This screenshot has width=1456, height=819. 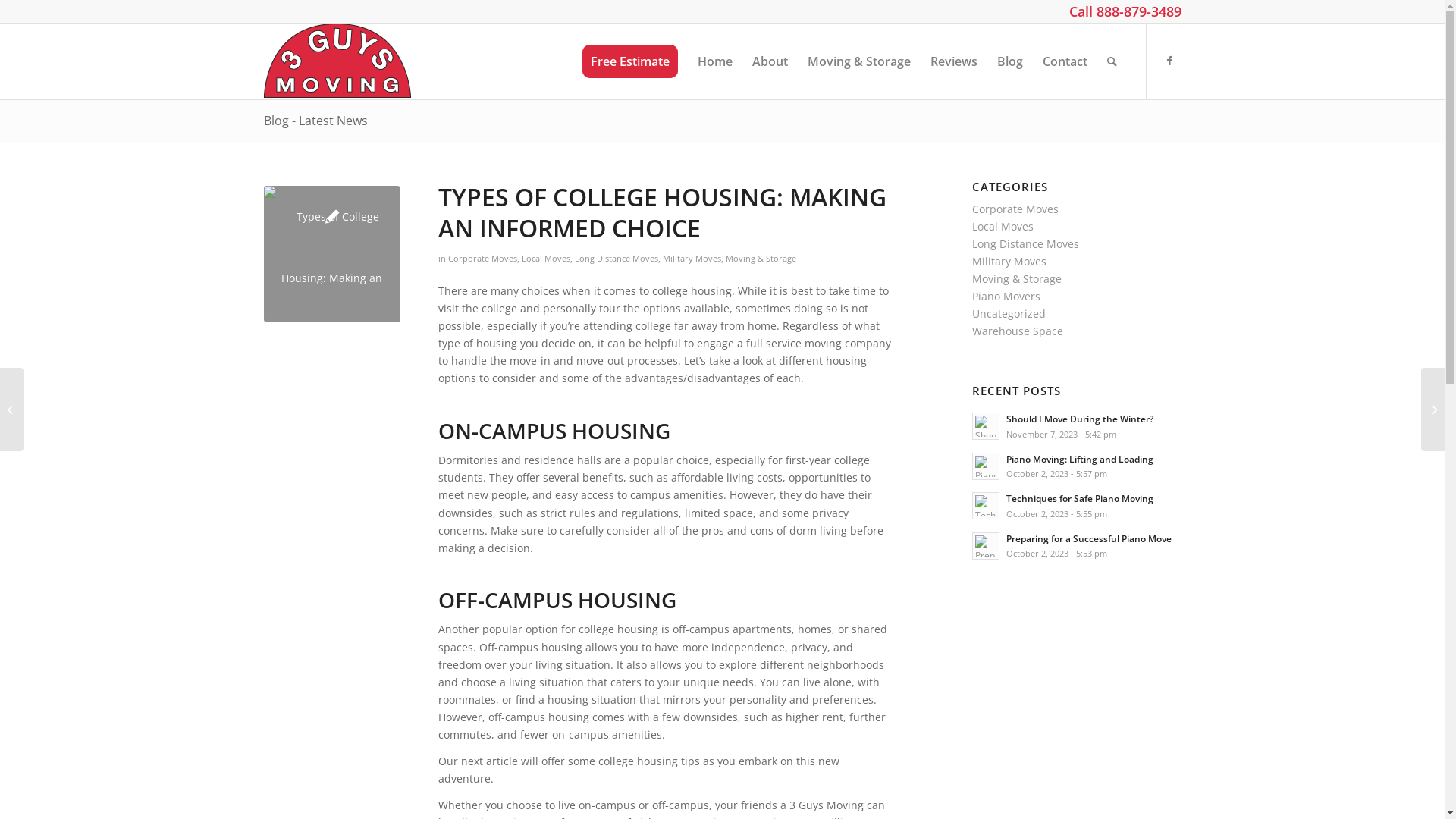 I want to click on 'Long Distance Moves', so click(x=616, y=257).